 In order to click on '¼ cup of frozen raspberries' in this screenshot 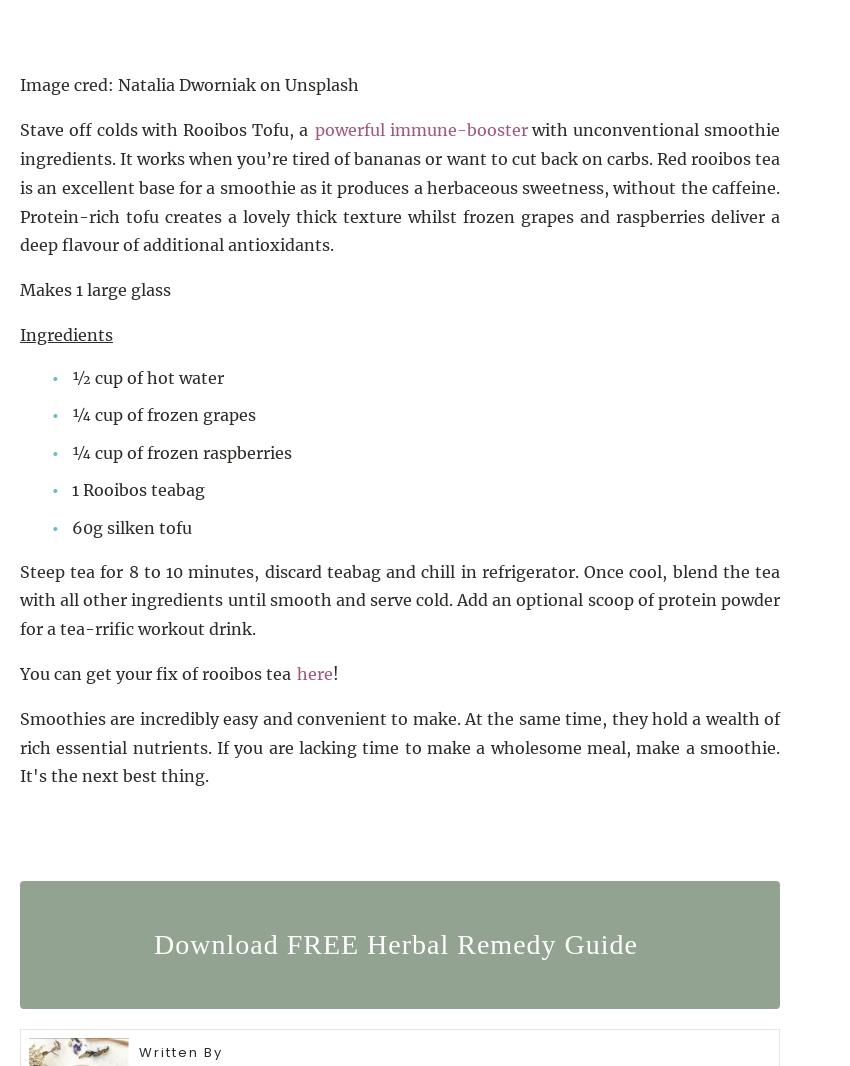, I will do `click(71, 451)`.